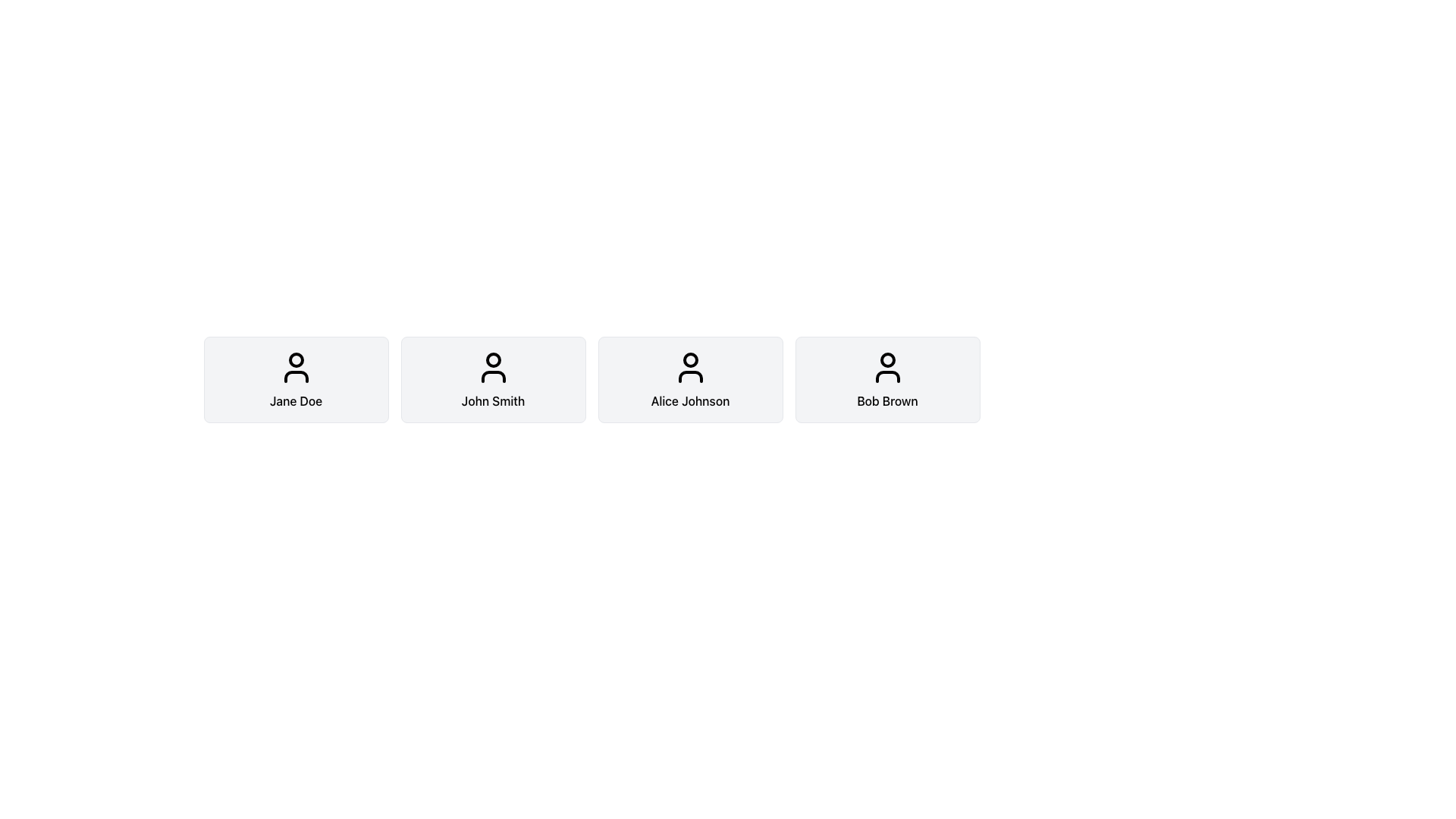 The width and height of the screenshot is (1456, 819). I want to click on the user representation icon for 'Bob Brown', so click(887, 368).